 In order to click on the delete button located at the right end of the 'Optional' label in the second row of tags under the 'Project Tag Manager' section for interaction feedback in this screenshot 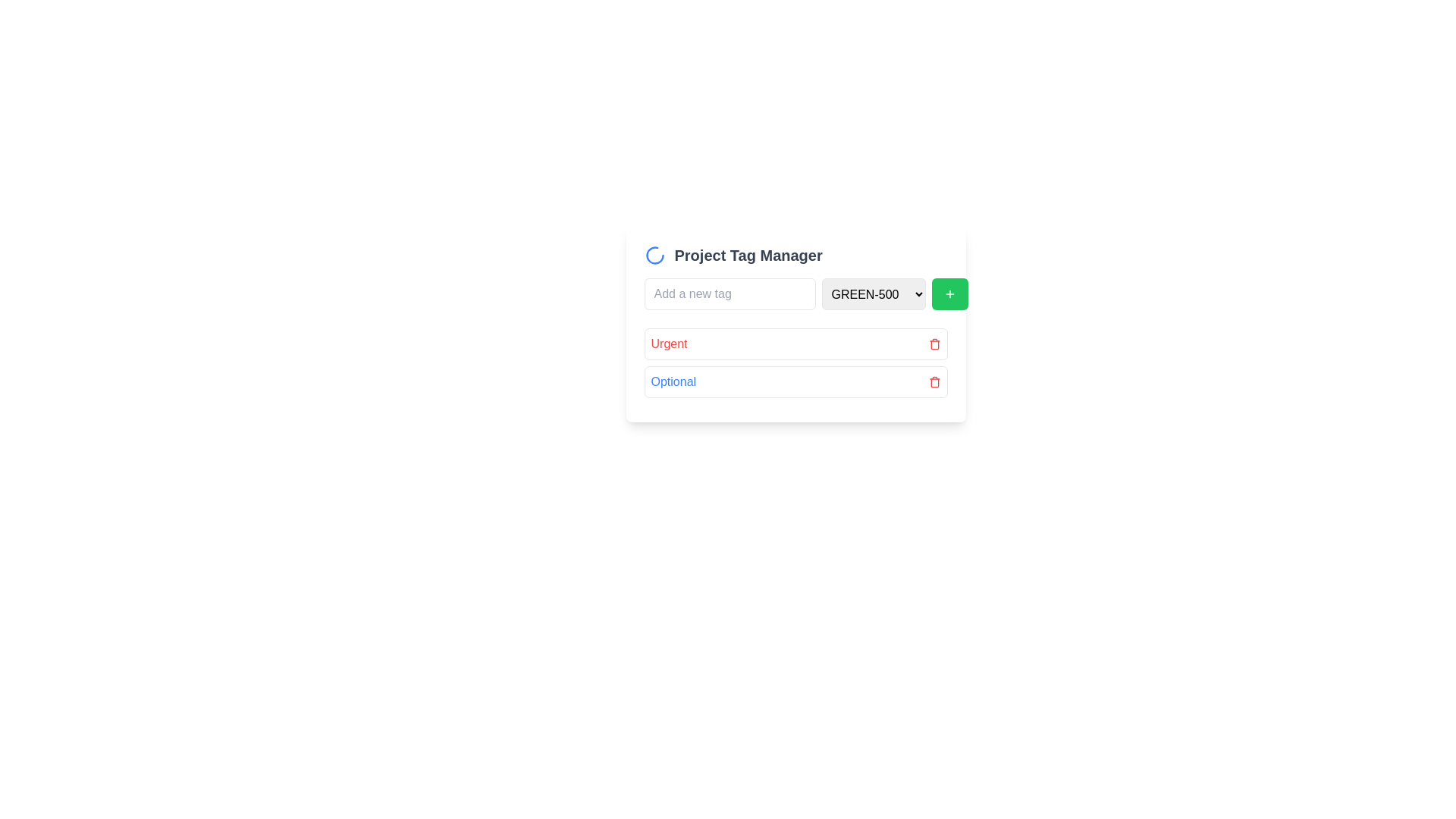, I will do `click(934, 381)`.